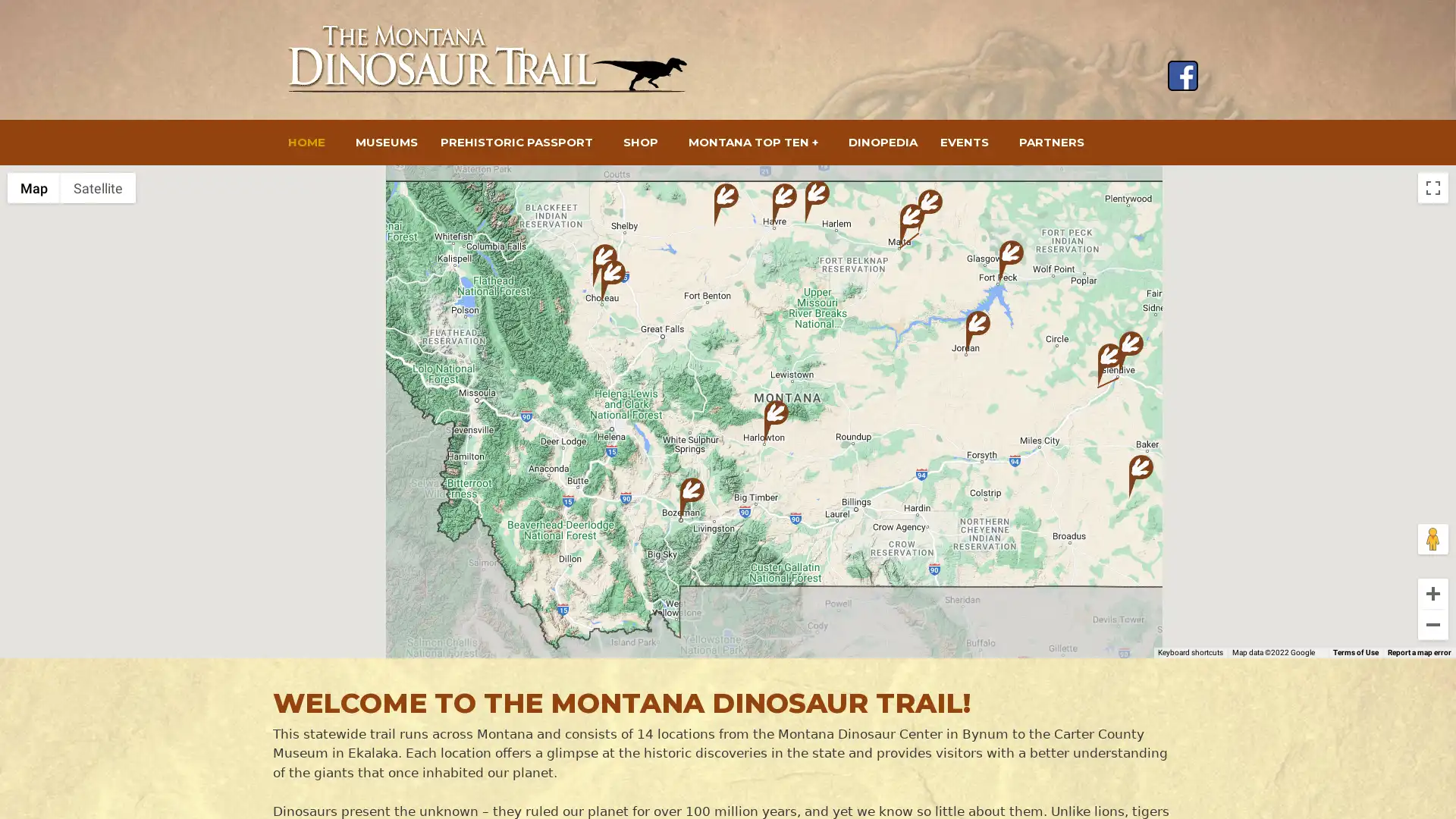 This screenshot has height=819, width=1456. What do you see at coordinates (613, 281) in the screenshot?
I see `Old Trail Museum` at bounding box center [613, 281].